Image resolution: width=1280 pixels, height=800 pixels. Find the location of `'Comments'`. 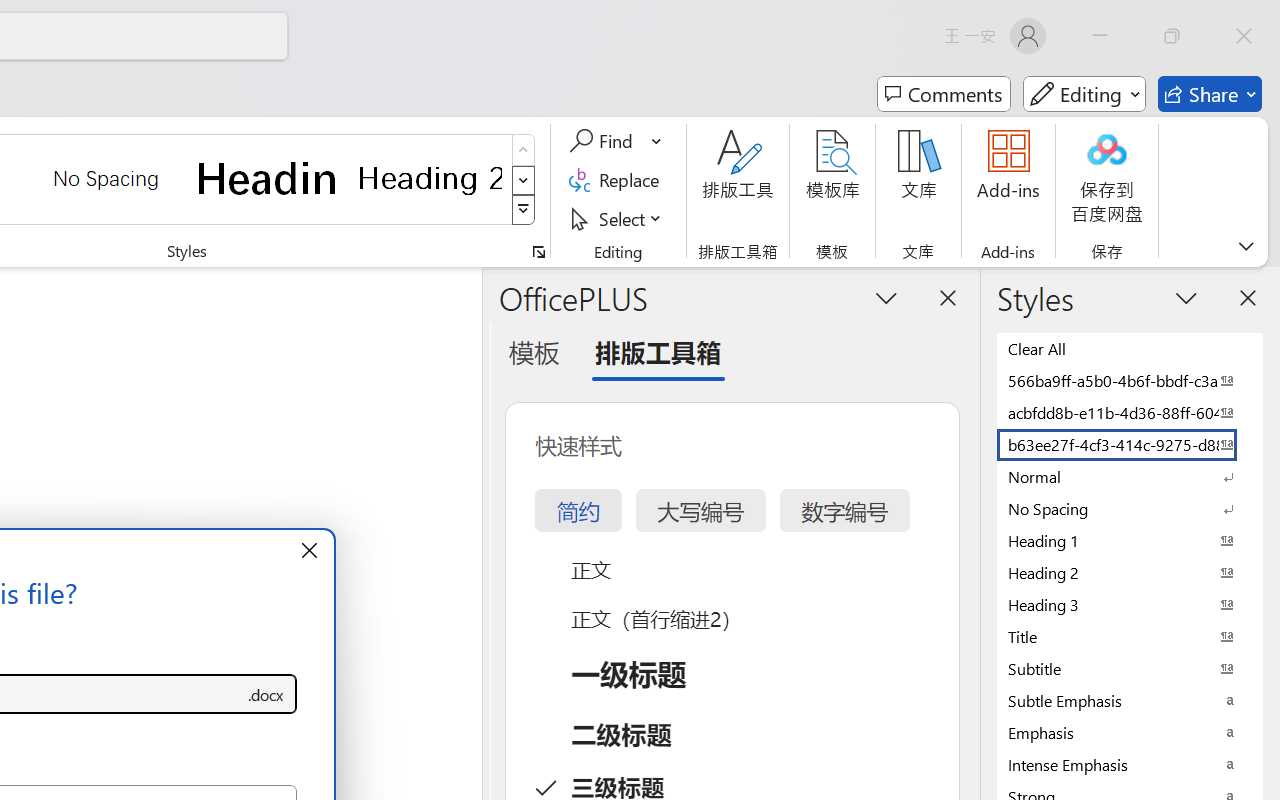

'Comments' is located at coordinates (943, 94).